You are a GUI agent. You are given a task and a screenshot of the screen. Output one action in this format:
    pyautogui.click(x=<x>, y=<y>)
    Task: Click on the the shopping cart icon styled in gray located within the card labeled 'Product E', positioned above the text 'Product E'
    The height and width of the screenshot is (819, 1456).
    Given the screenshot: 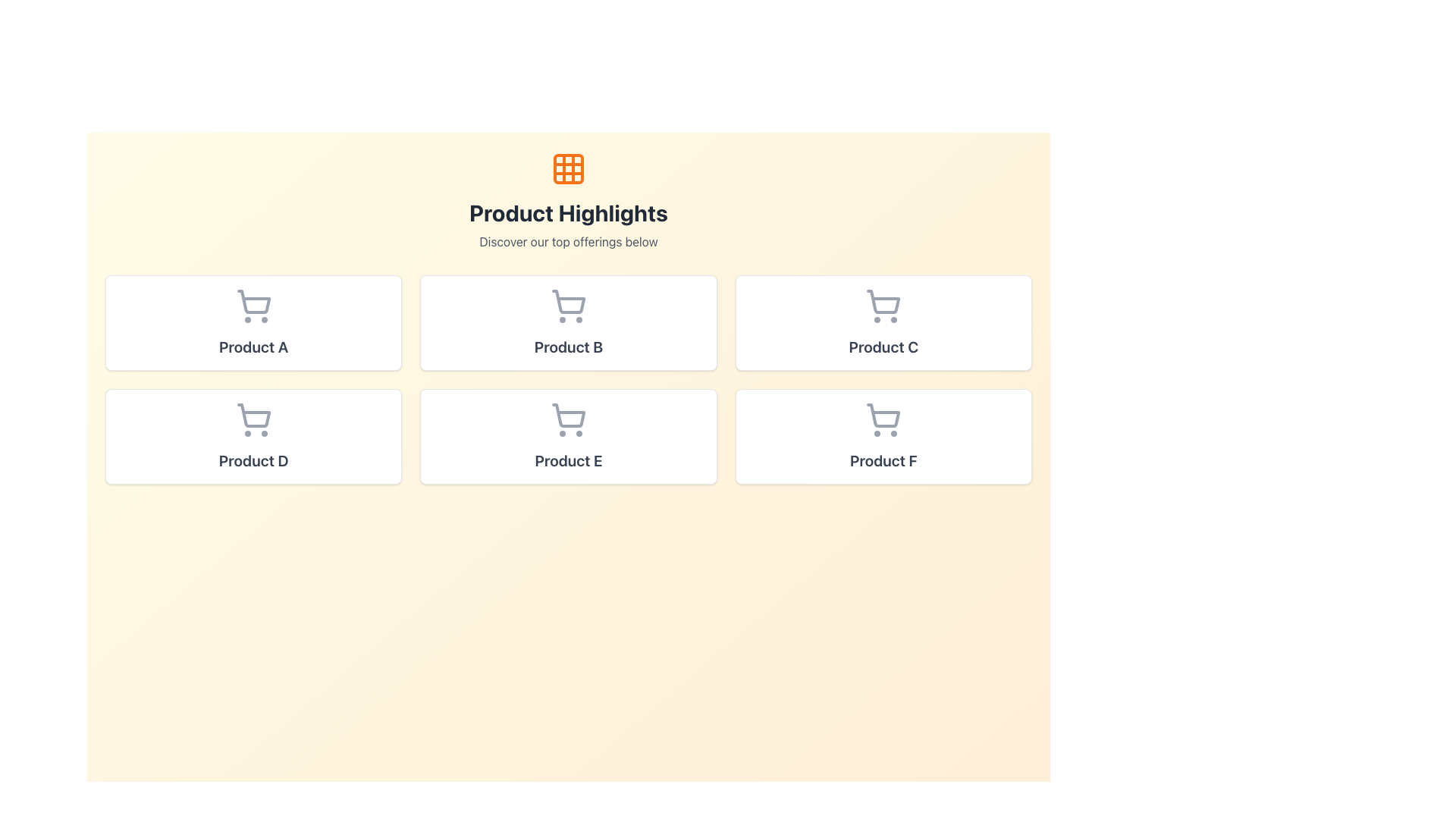 What is the action you would take?
    pyautogui.click(x=567, y=420)
    